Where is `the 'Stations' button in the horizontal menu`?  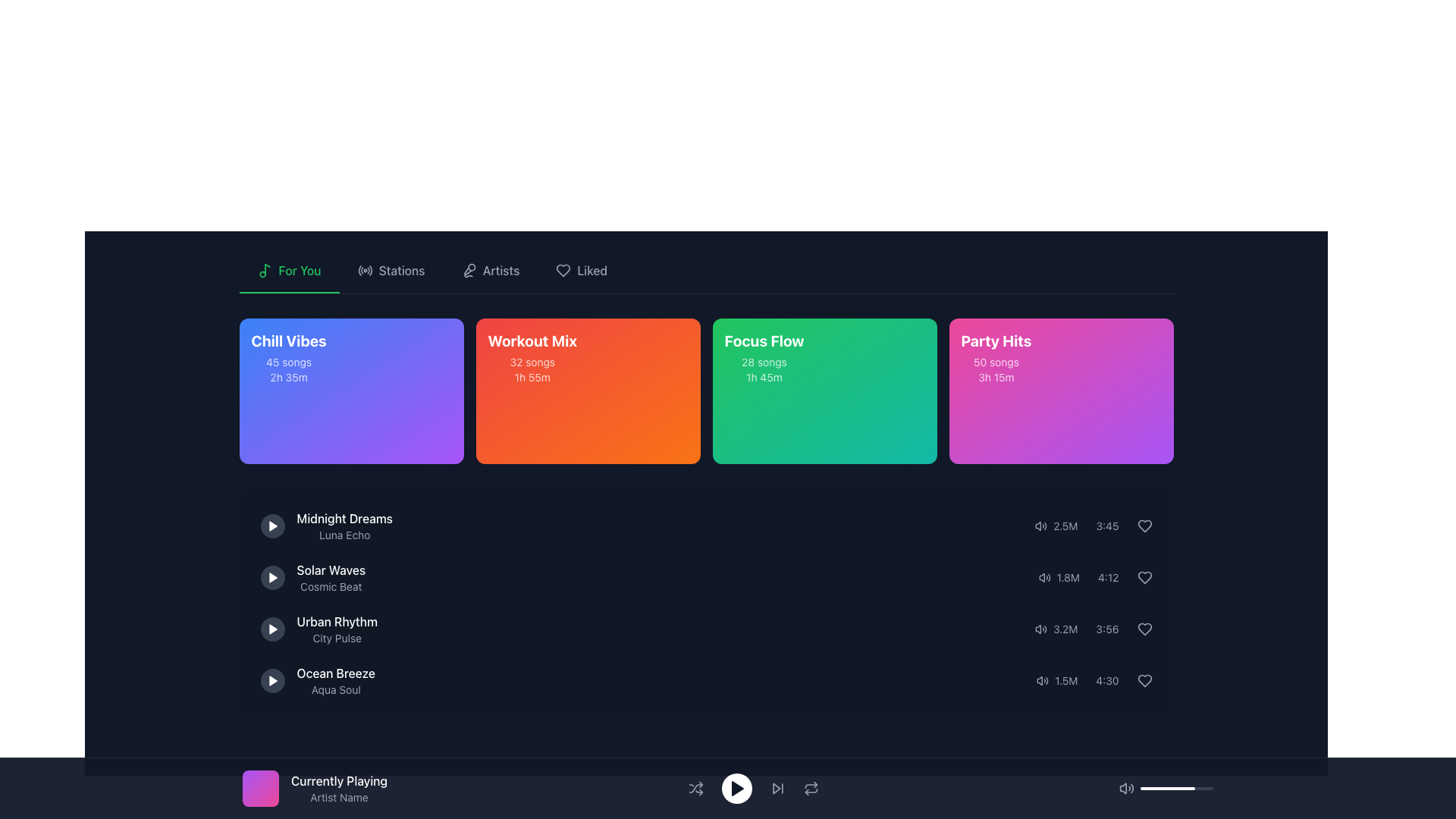
the 'Stations' button in the horizontal menu is located at coordinates (391, 271).